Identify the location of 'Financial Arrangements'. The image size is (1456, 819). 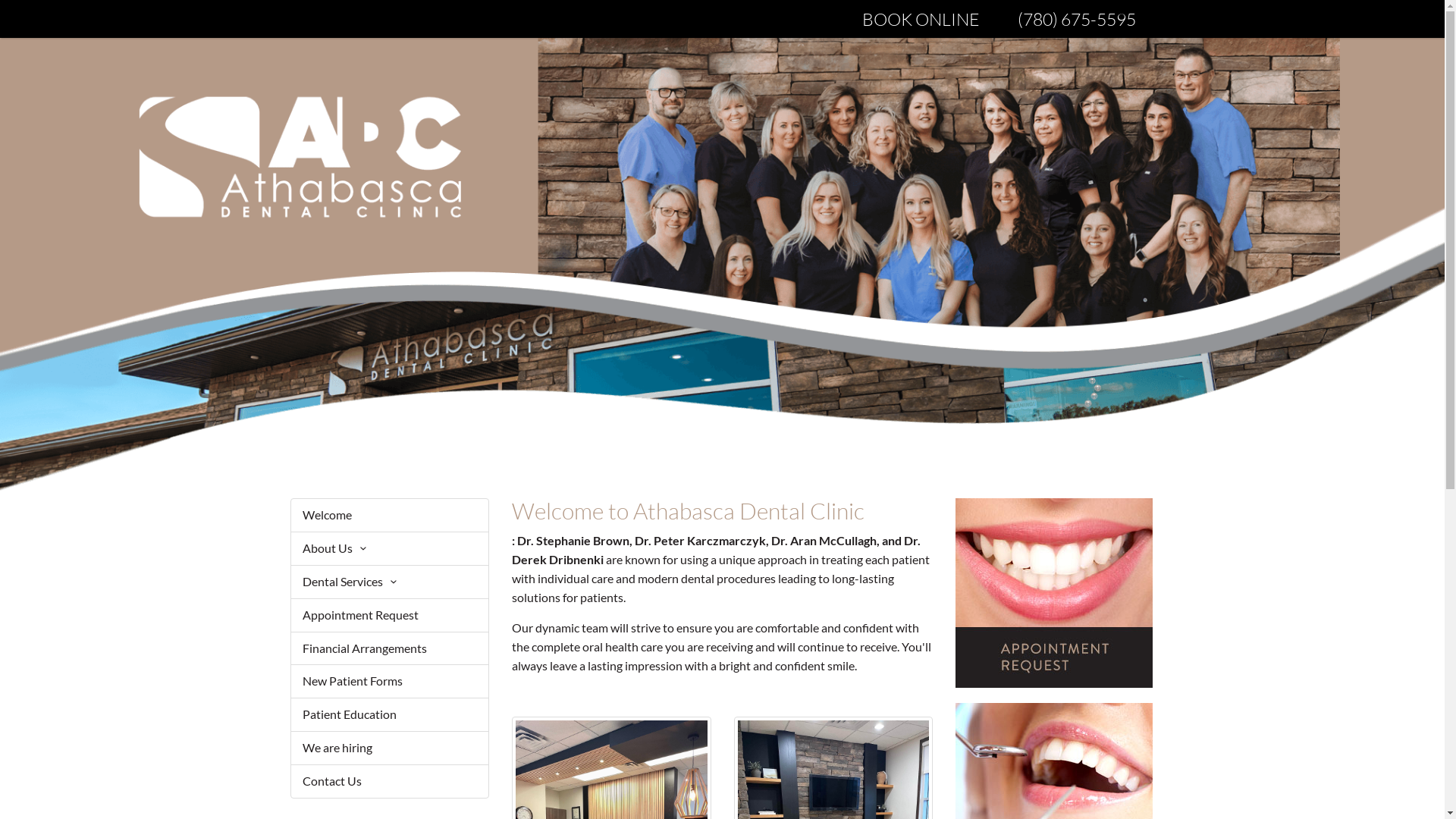
(390, 648).